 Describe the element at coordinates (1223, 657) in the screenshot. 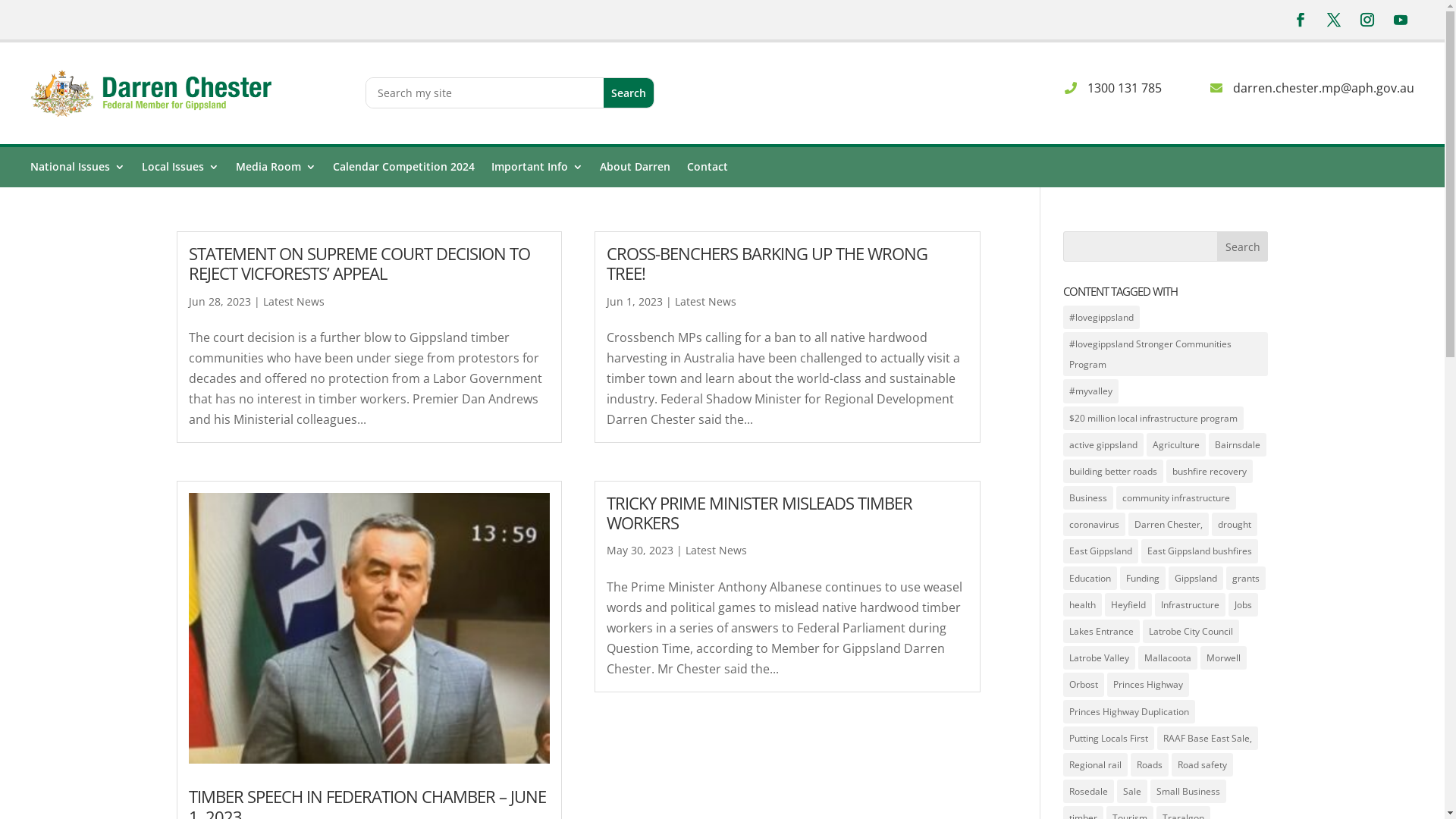

I see `'Morwell'` at that location.